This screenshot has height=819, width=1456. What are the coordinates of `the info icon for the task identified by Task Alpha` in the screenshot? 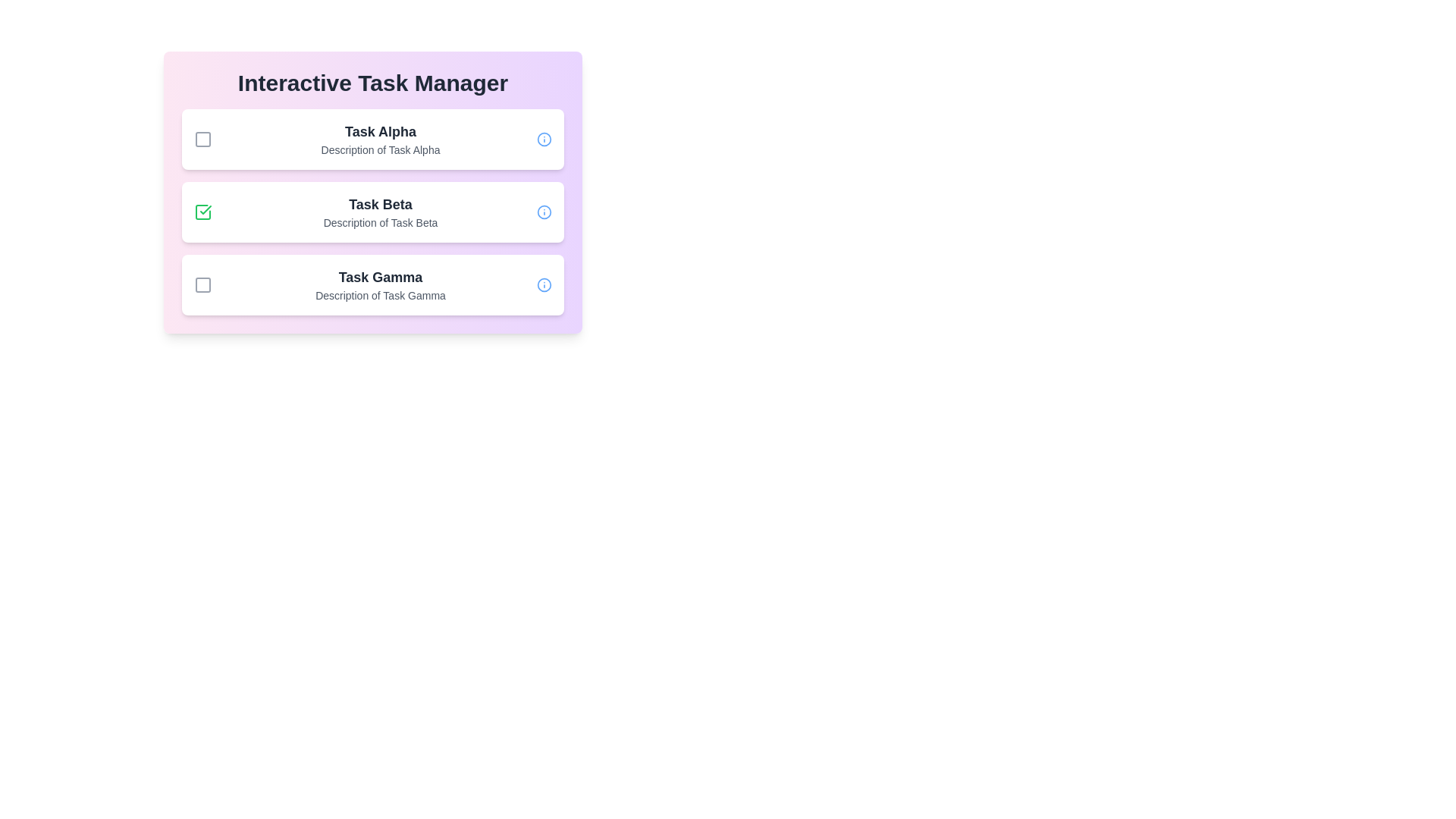 It's located at (544, 140).